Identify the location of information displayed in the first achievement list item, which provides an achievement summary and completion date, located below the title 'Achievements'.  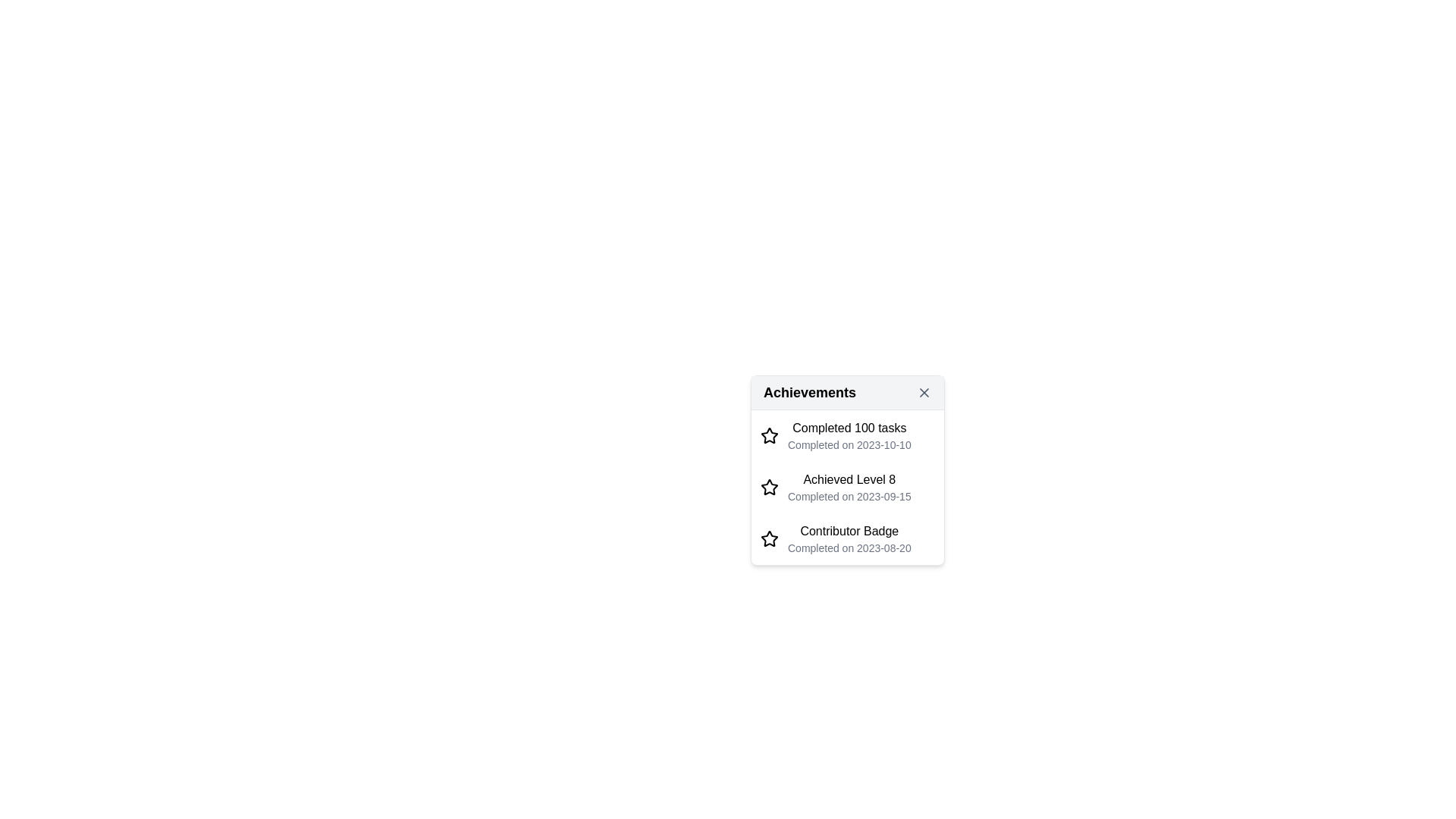
(847, 435).